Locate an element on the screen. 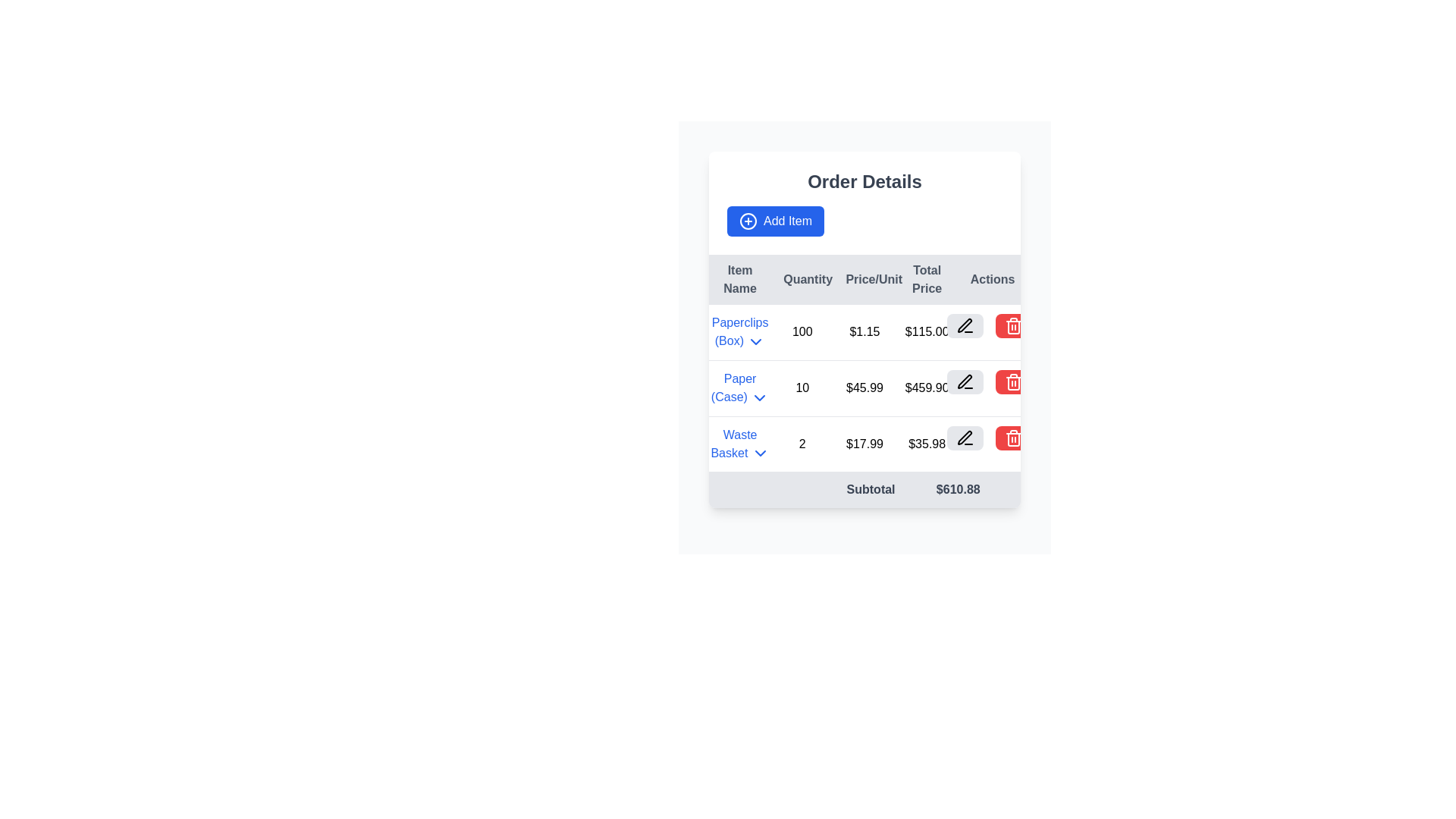 This screenshot has width=1456, height=819. the edit button within the grouped action buttons (Edit and Delete) located in the Actions column of the first row, associated with the item 'Paperclips (Box)' is located at coordinates (989, 325).